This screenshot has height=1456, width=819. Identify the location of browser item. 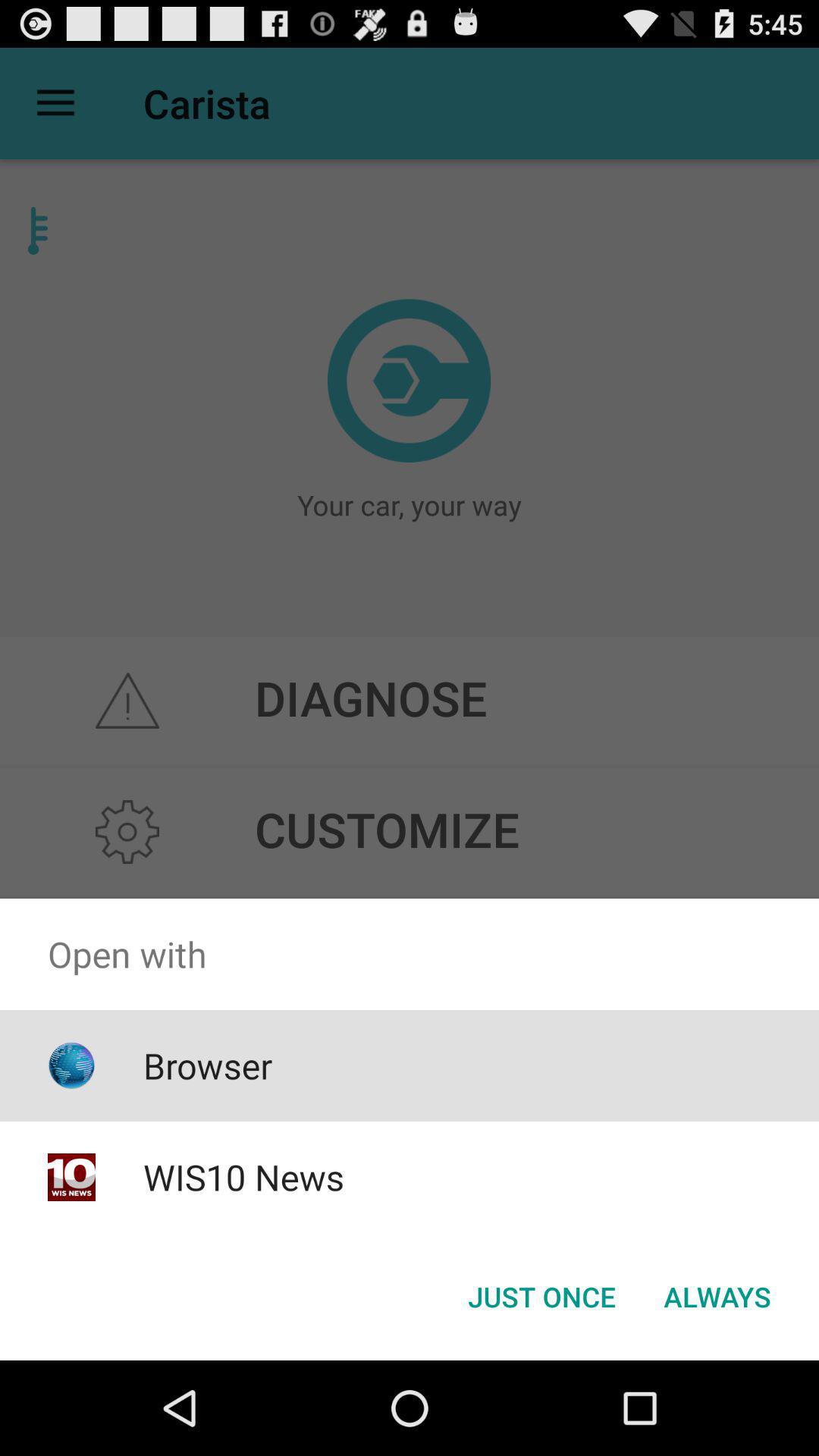
(208, 1065).